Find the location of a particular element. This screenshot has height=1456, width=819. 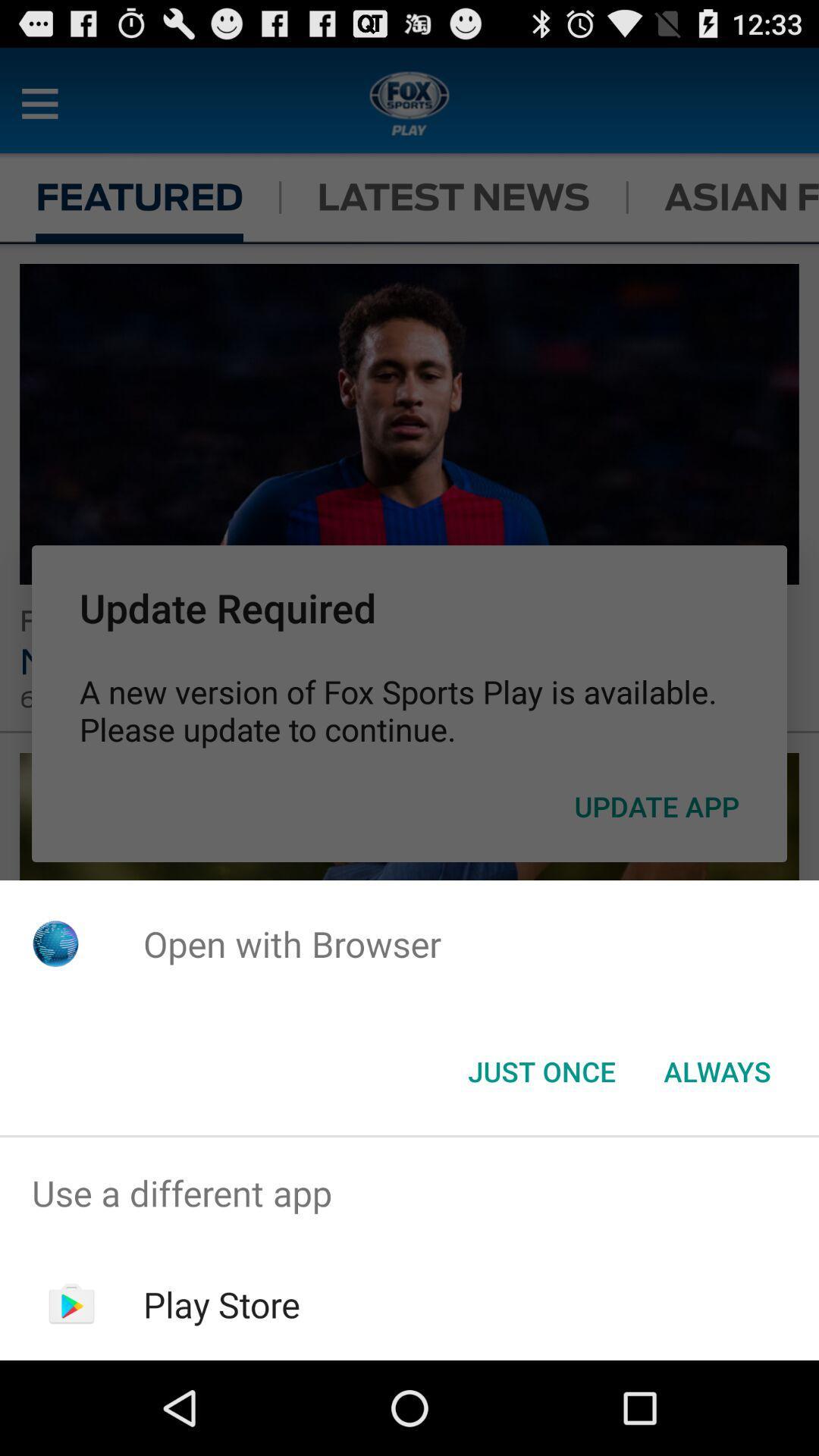

app below the open with browser is located at coordinates (717, 1070).